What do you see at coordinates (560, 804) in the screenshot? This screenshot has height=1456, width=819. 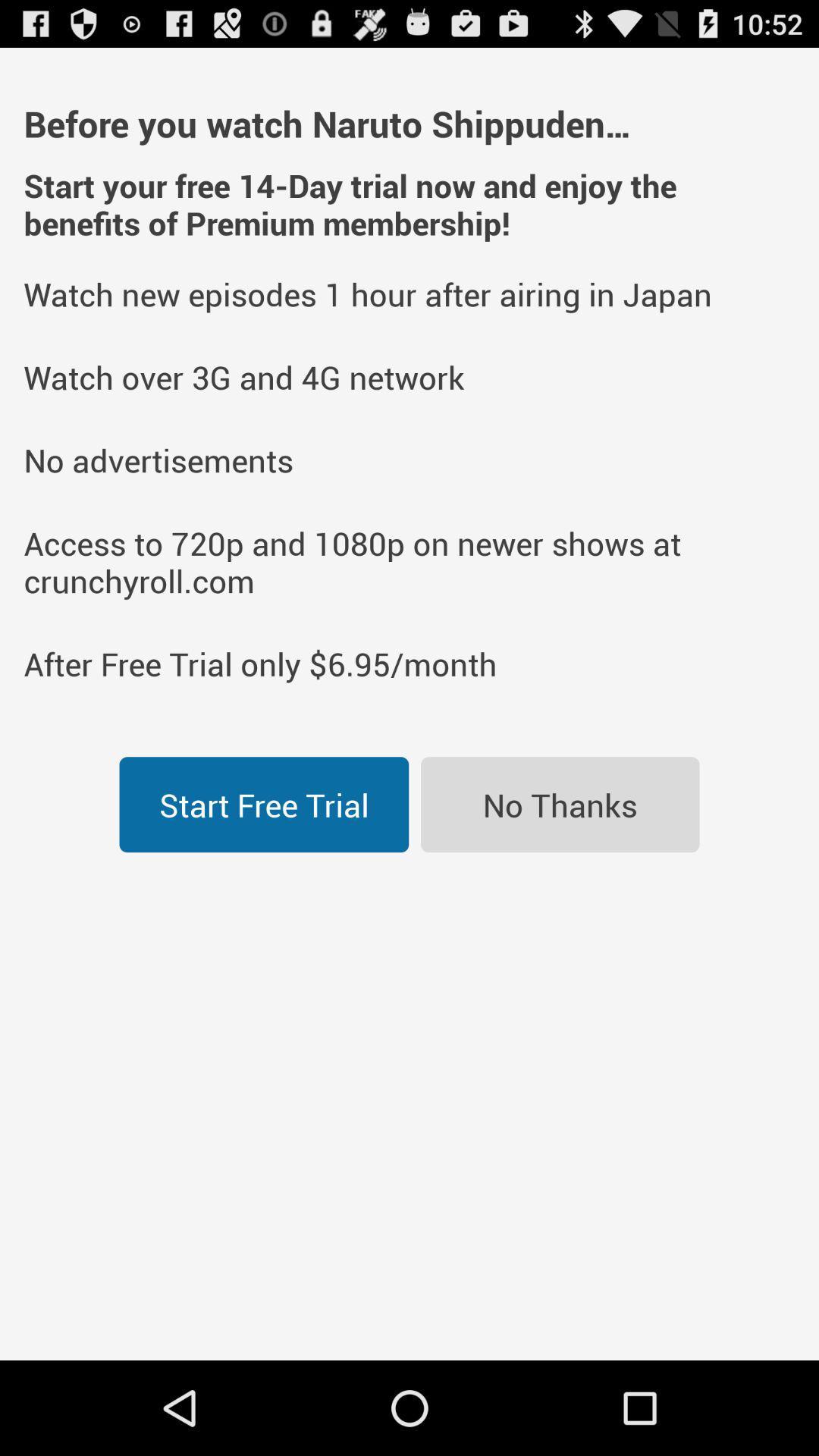 I see `the icon below after free trial icon` at bounding box center [560, 804].